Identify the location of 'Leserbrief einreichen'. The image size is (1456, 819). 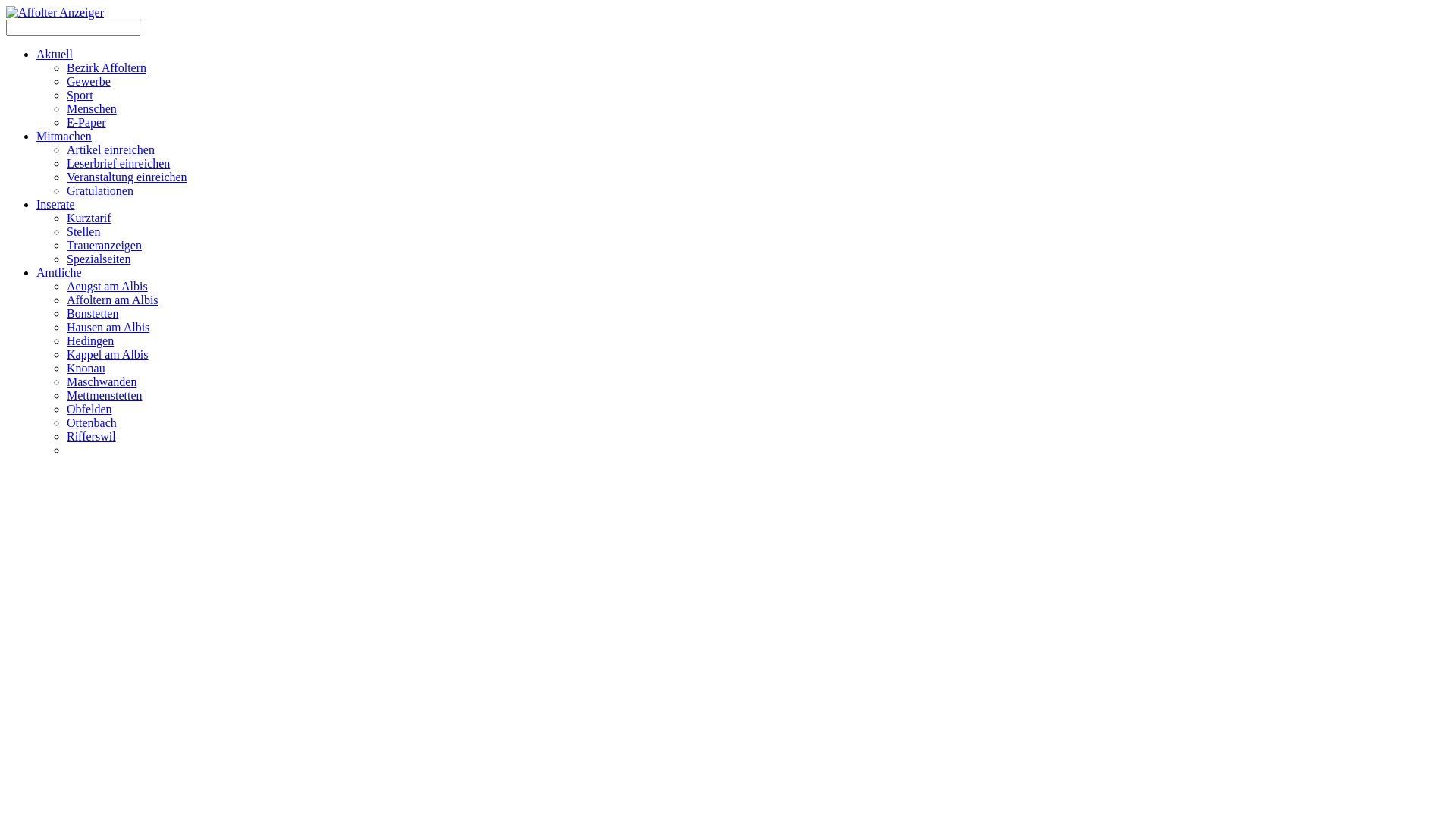
(118, 163).